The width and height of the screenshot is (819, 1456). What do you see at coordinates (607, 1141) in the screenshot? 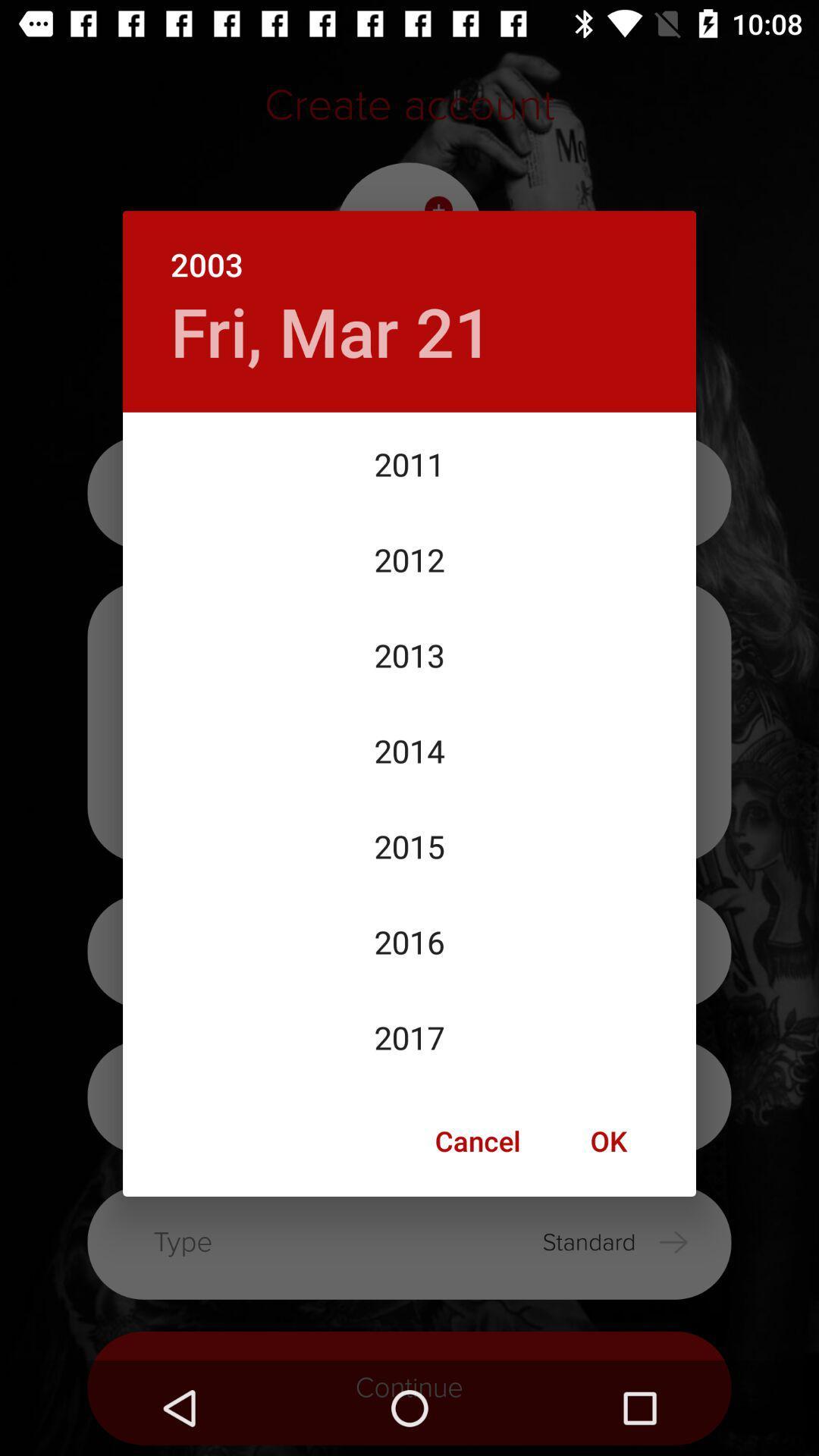
I see `the item below the 2017 item` at bounding box center [607, 1141].